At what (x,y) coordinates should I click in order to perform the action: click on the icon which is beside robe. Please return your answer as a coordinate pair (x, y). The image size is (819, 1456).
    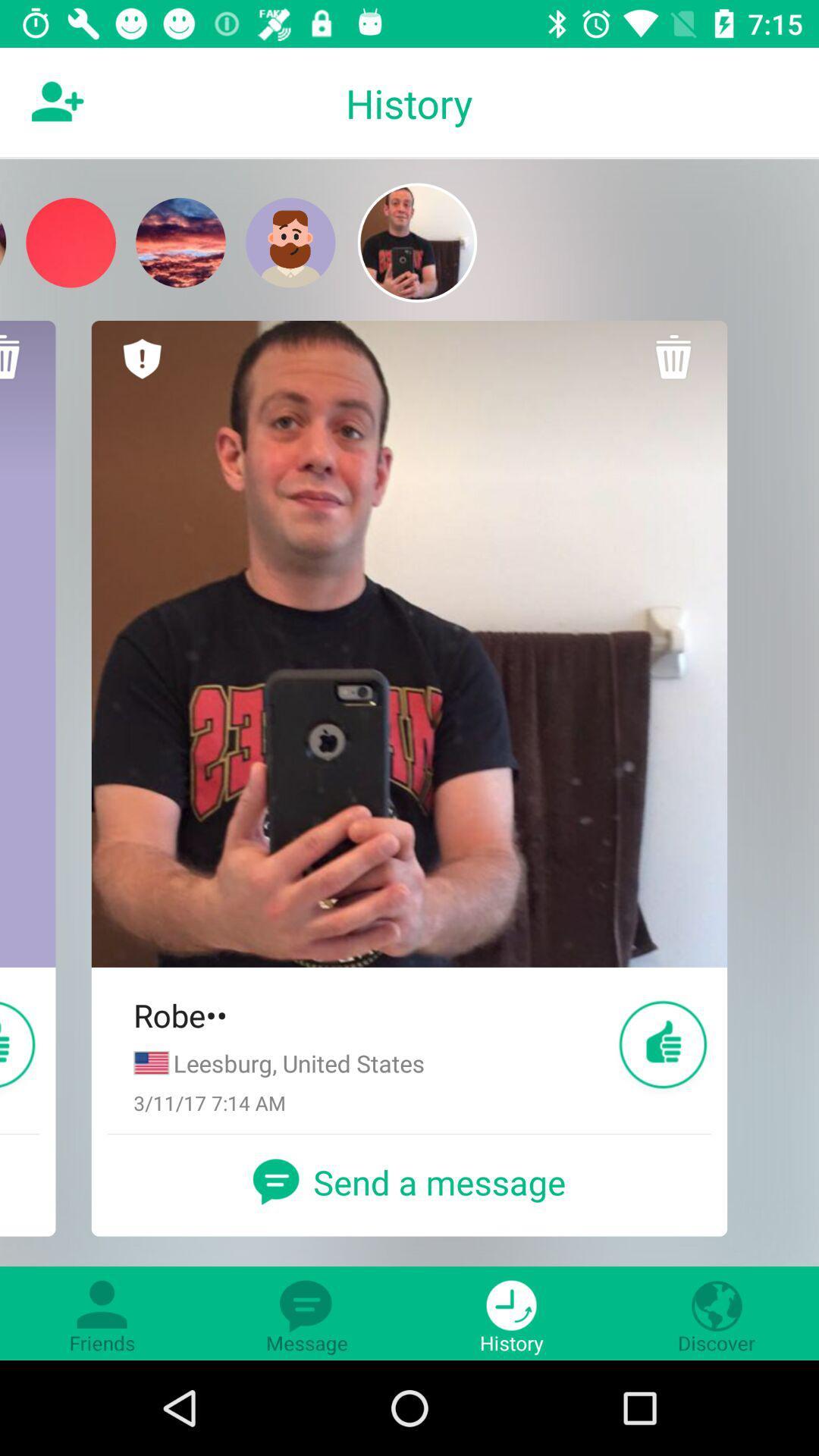
    Looking at the image, I should click on (663, 1044).